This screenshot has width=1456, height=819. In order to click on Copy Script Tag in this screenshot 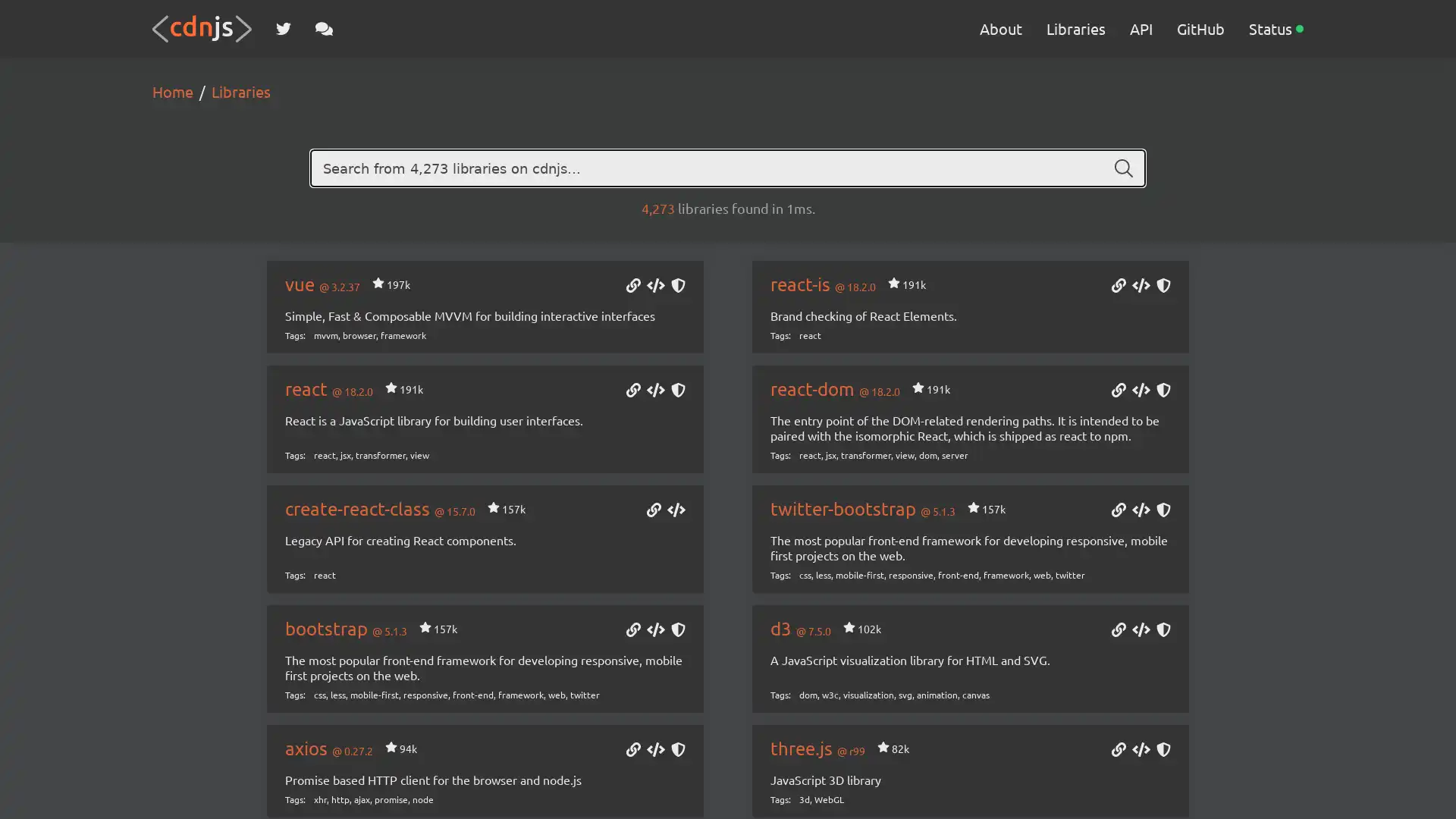, I will do `click(655, 631)`.